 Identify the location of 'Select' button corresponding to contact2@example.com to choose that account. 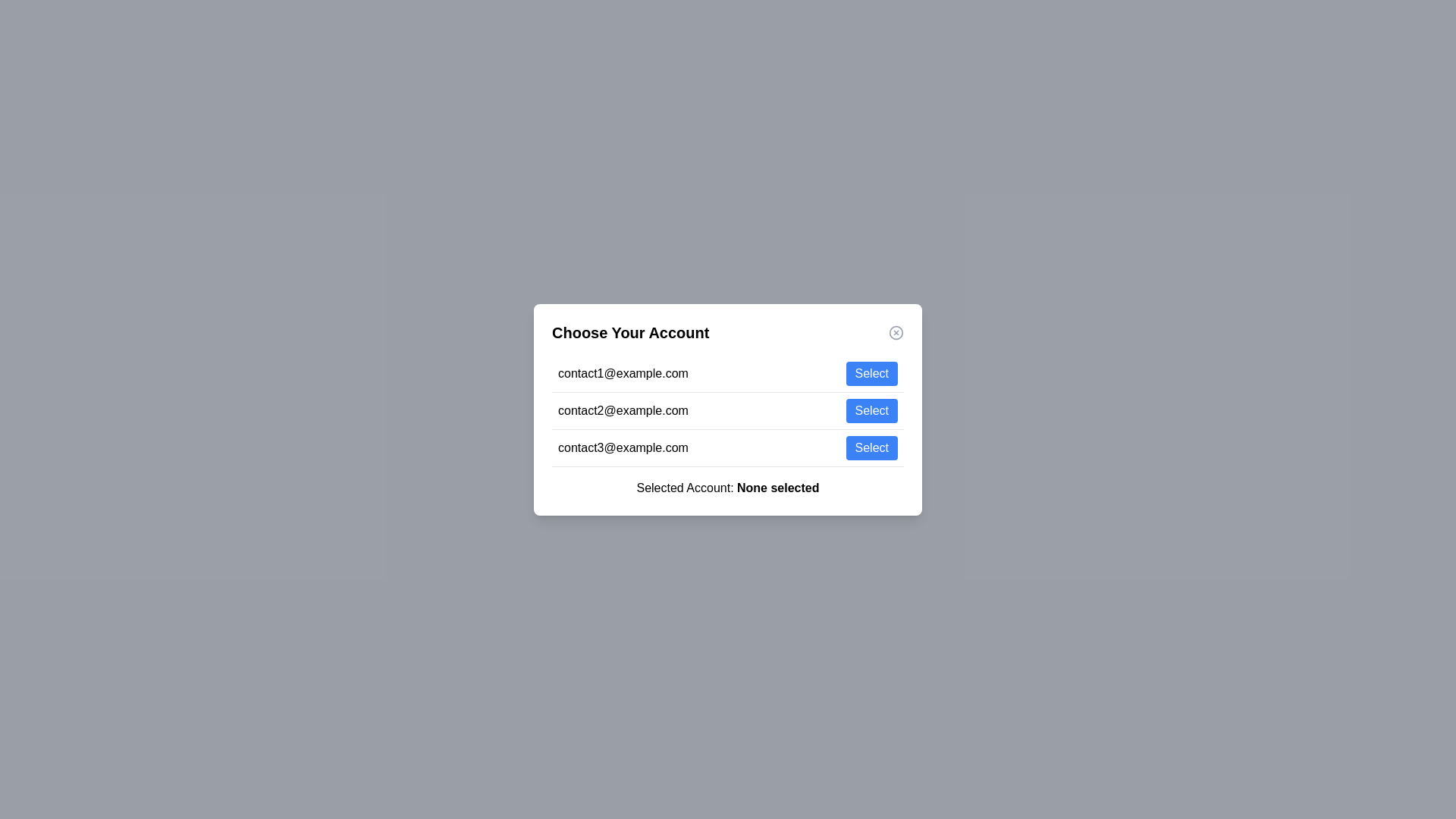
(871, 410).